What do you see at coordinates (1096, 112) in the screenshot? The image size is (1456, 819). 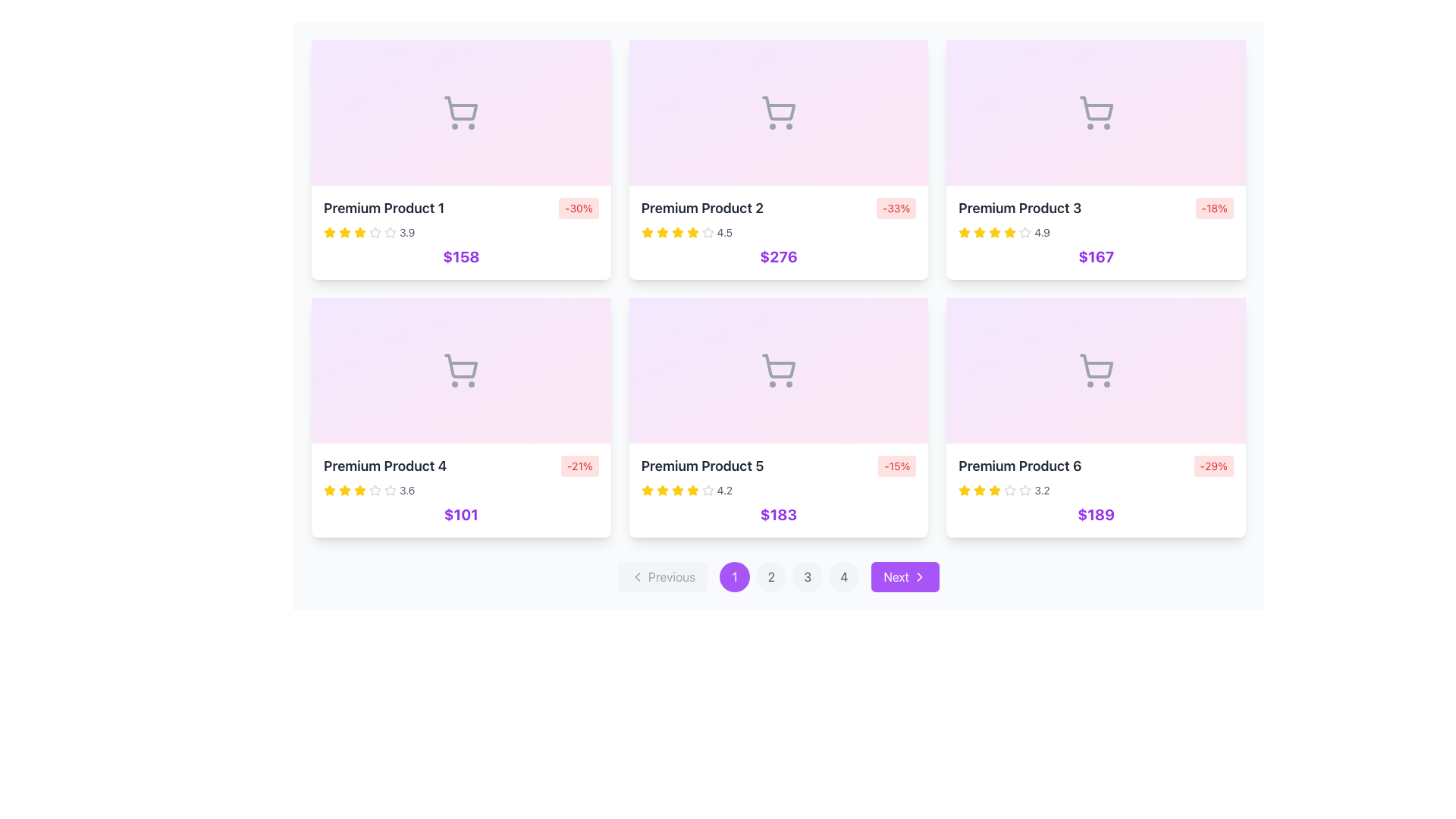 I see `the action button icon for adding 'Premium Product 3' to the shopping cart, located in the upper half of the product card` at bounding box center [1096, 112].